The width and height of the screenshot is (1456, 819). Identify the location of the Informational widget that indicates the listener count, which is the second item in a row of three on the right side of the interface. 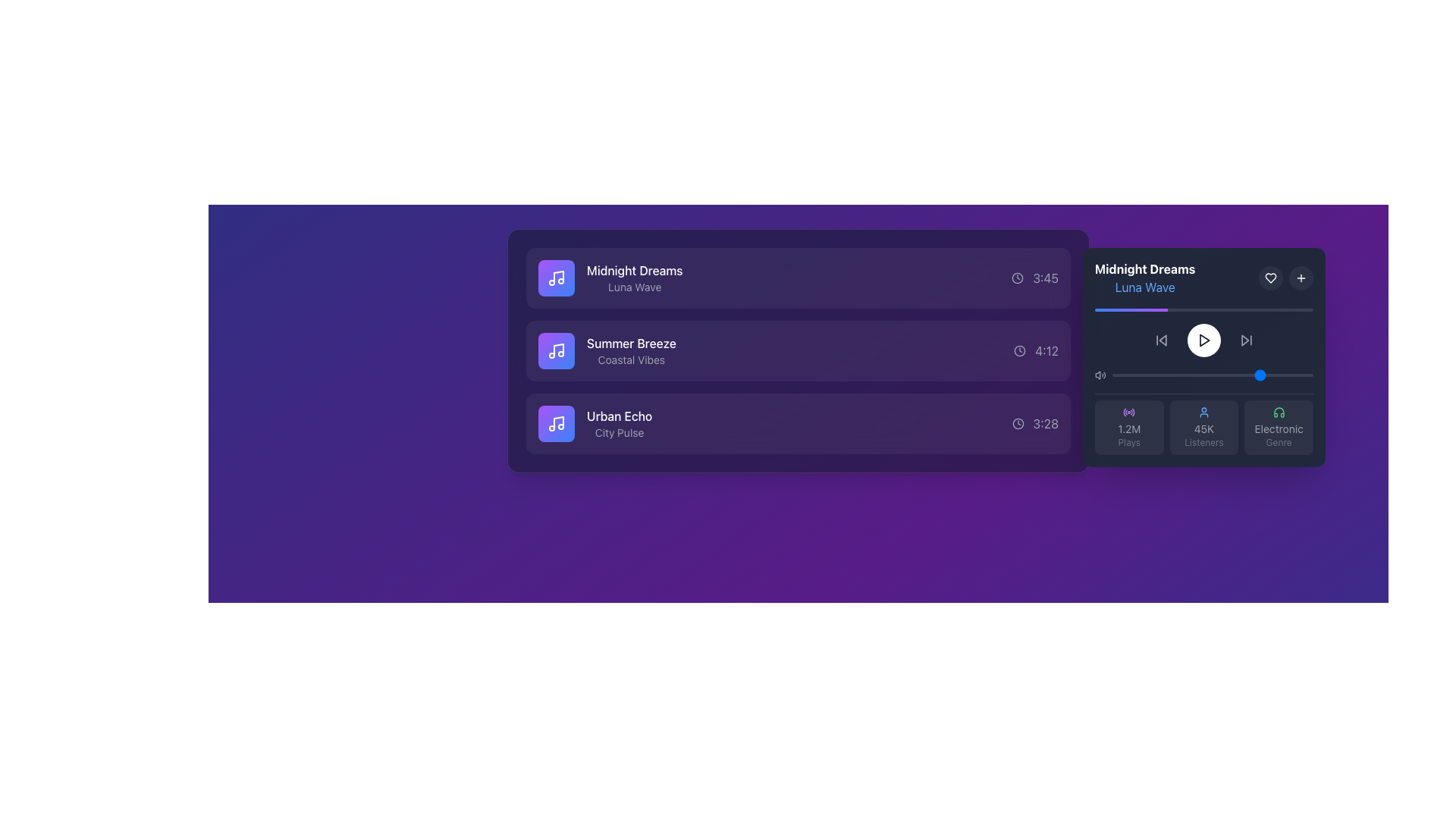
(1203, 427).